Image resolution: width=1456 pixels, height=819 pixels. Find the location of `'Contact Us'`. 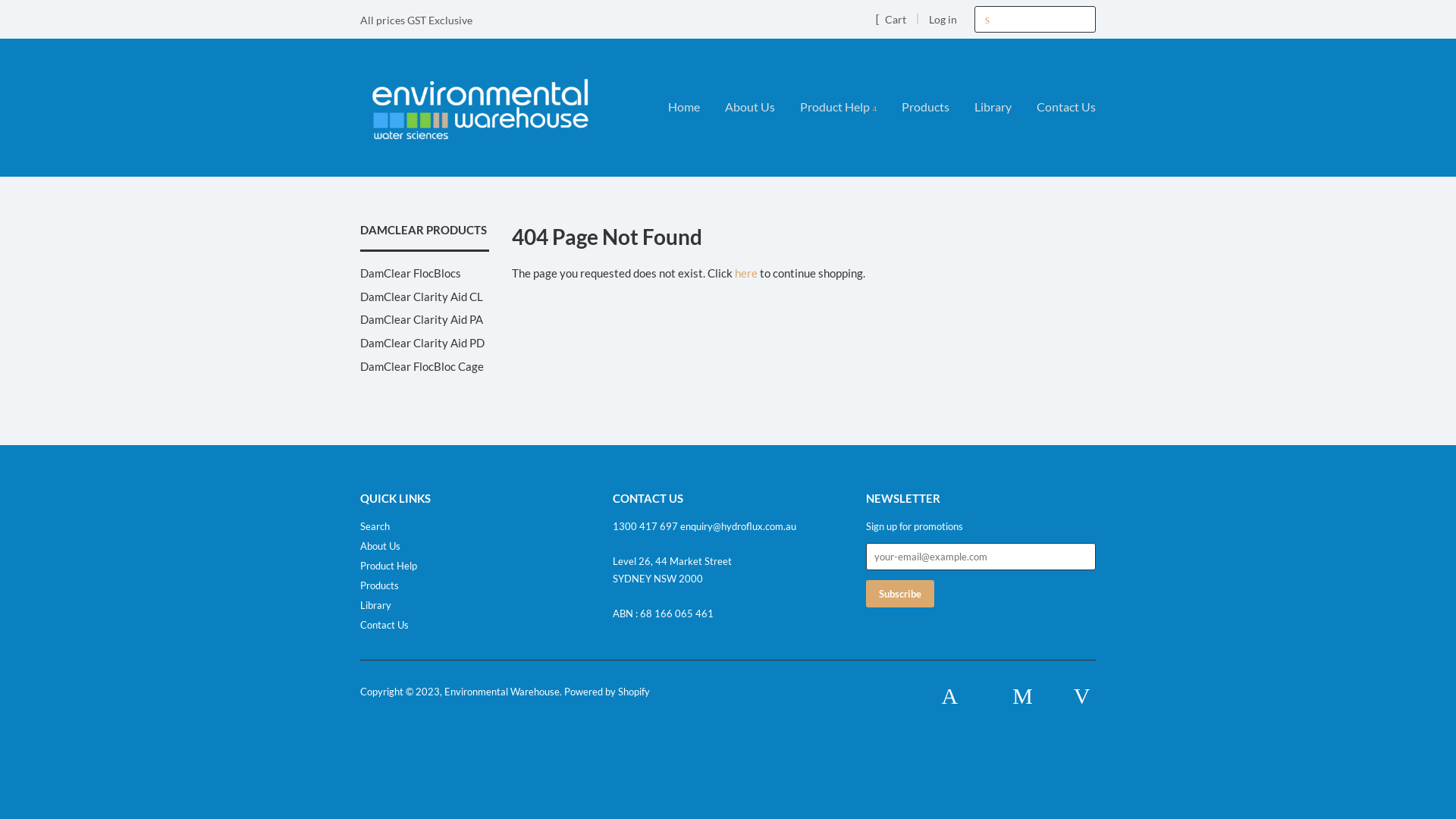

'Contact Us' is located at coordinates (1059, 106).